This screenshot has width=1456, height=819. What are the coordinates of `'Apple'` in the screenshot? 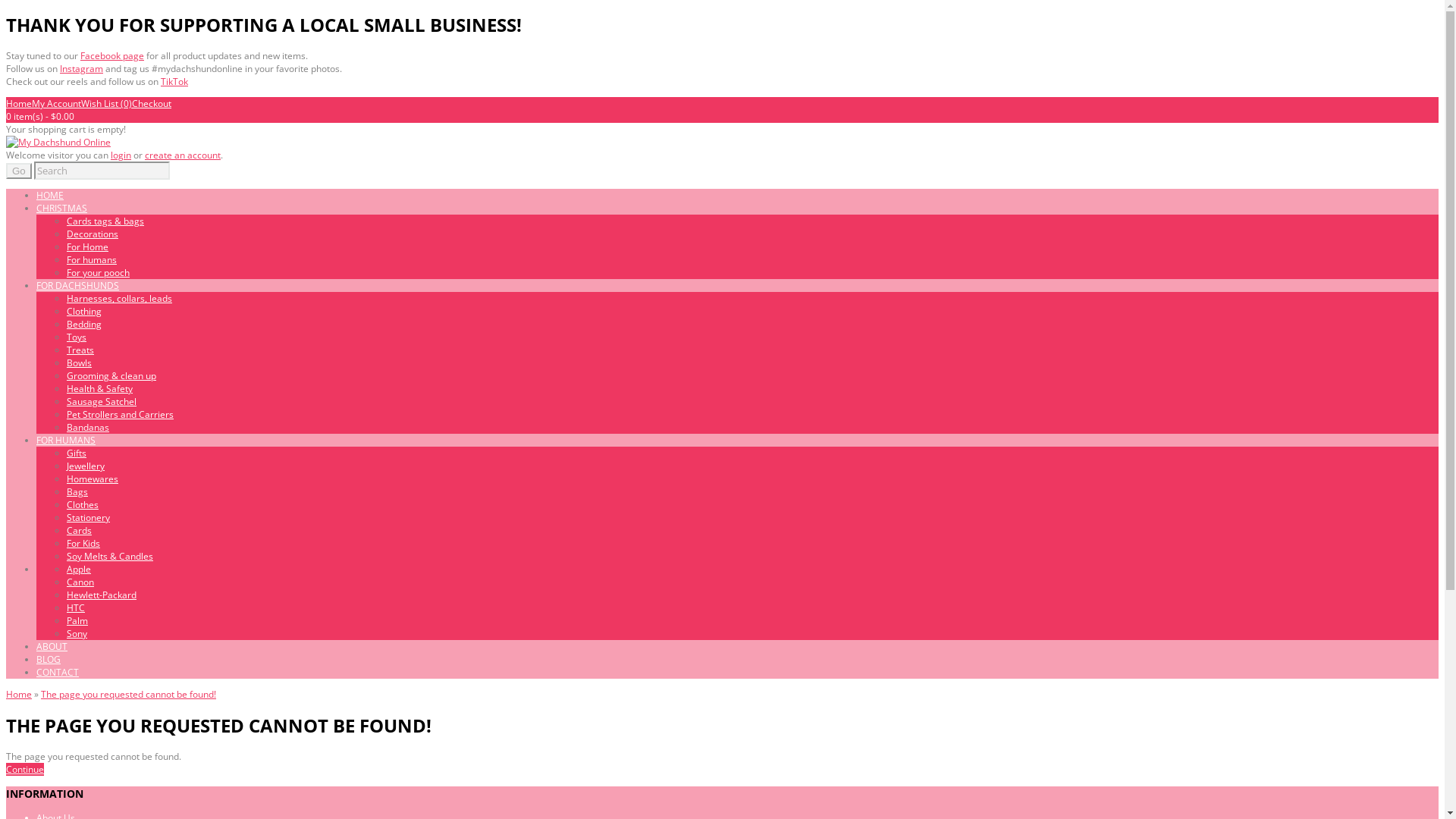 It's located at (78, 569).